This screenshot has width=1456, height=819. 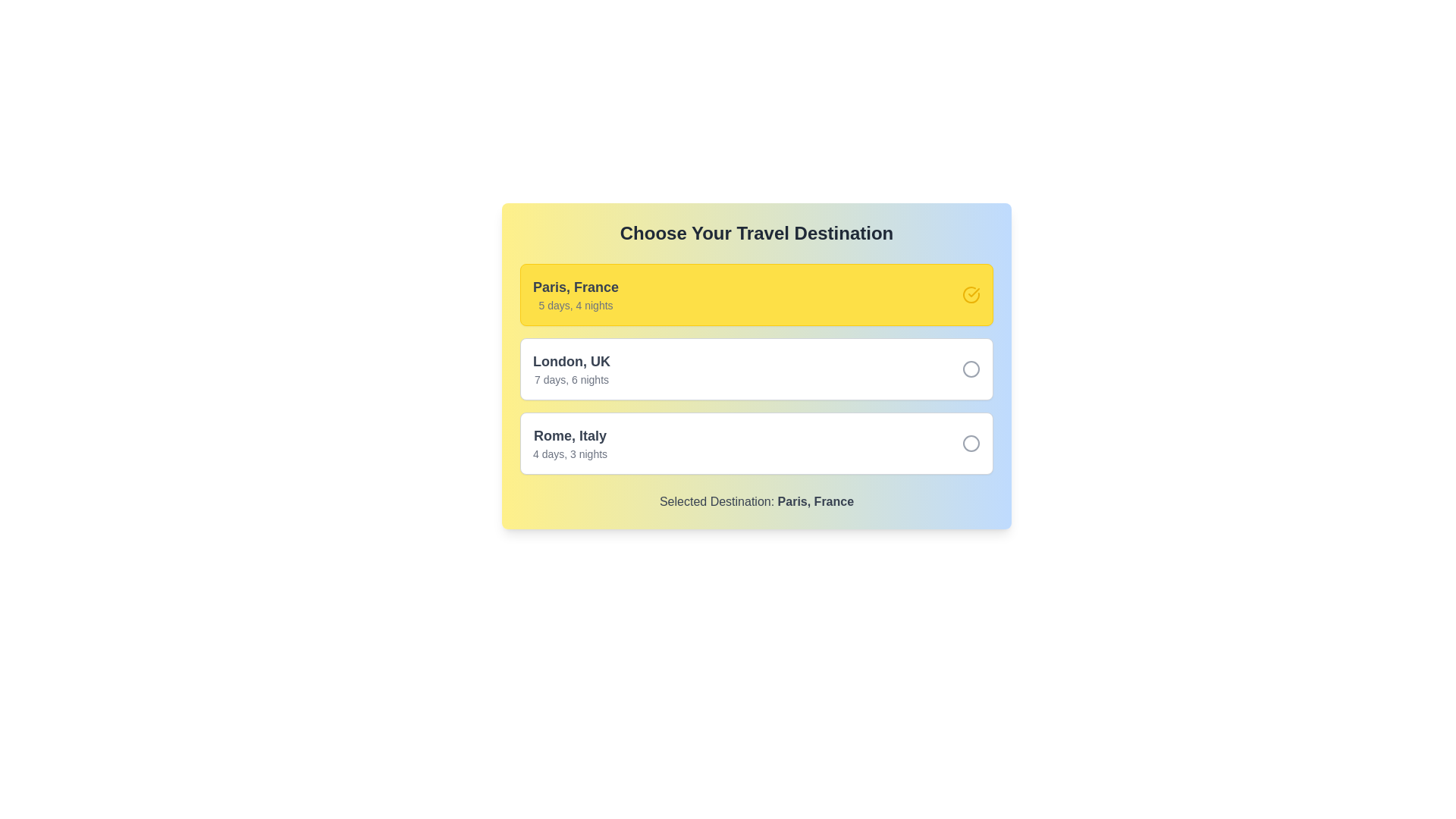 I want to click on the text label displaying the travel destination name 'Rome, Italy', which is located in the third travel destination card from the top, above the subtitle '4 days, 3 nights', so click(x=570, y=435).